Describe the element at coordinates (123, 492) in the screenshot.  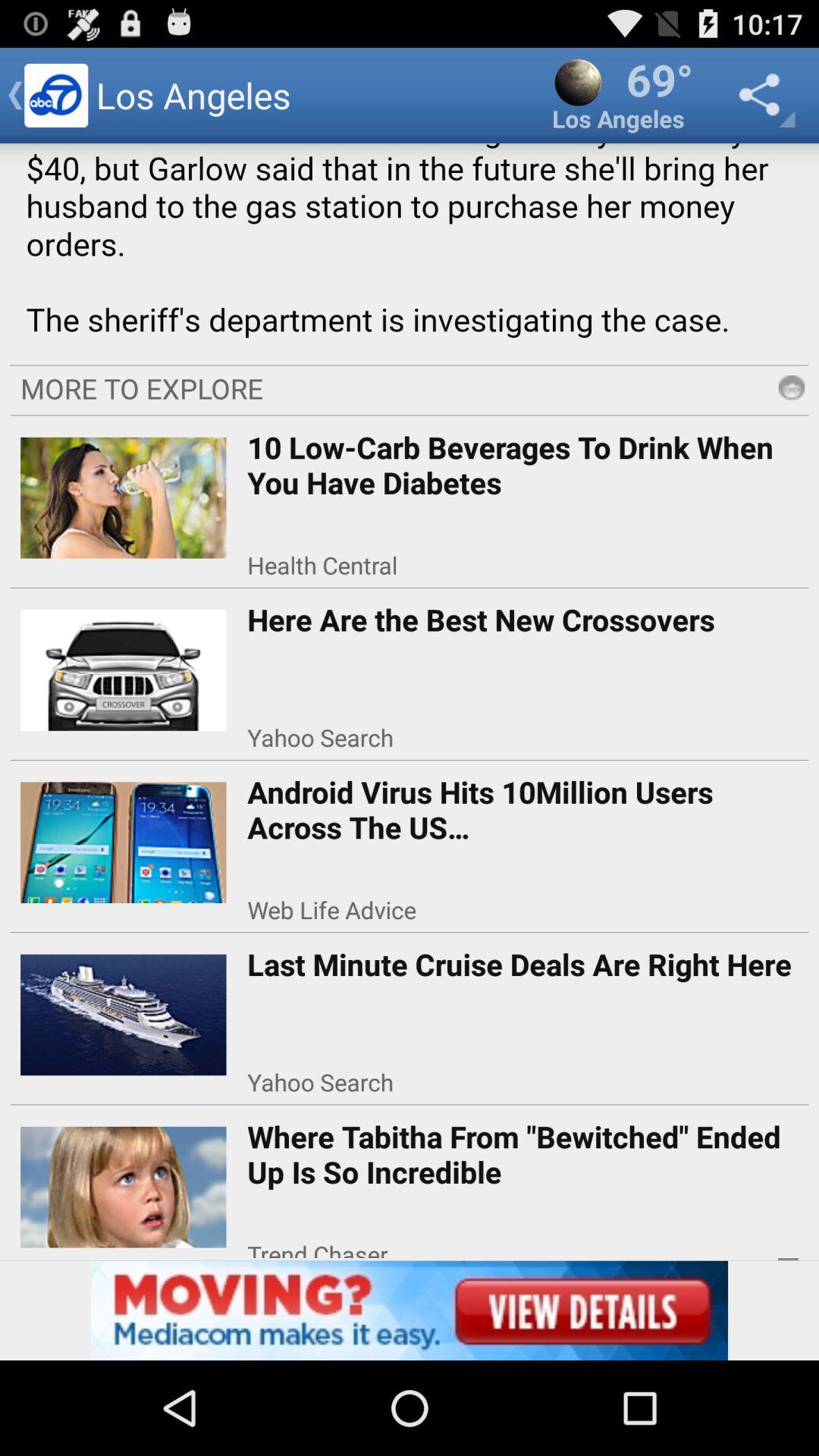
I see `the first image in the row` at that location.